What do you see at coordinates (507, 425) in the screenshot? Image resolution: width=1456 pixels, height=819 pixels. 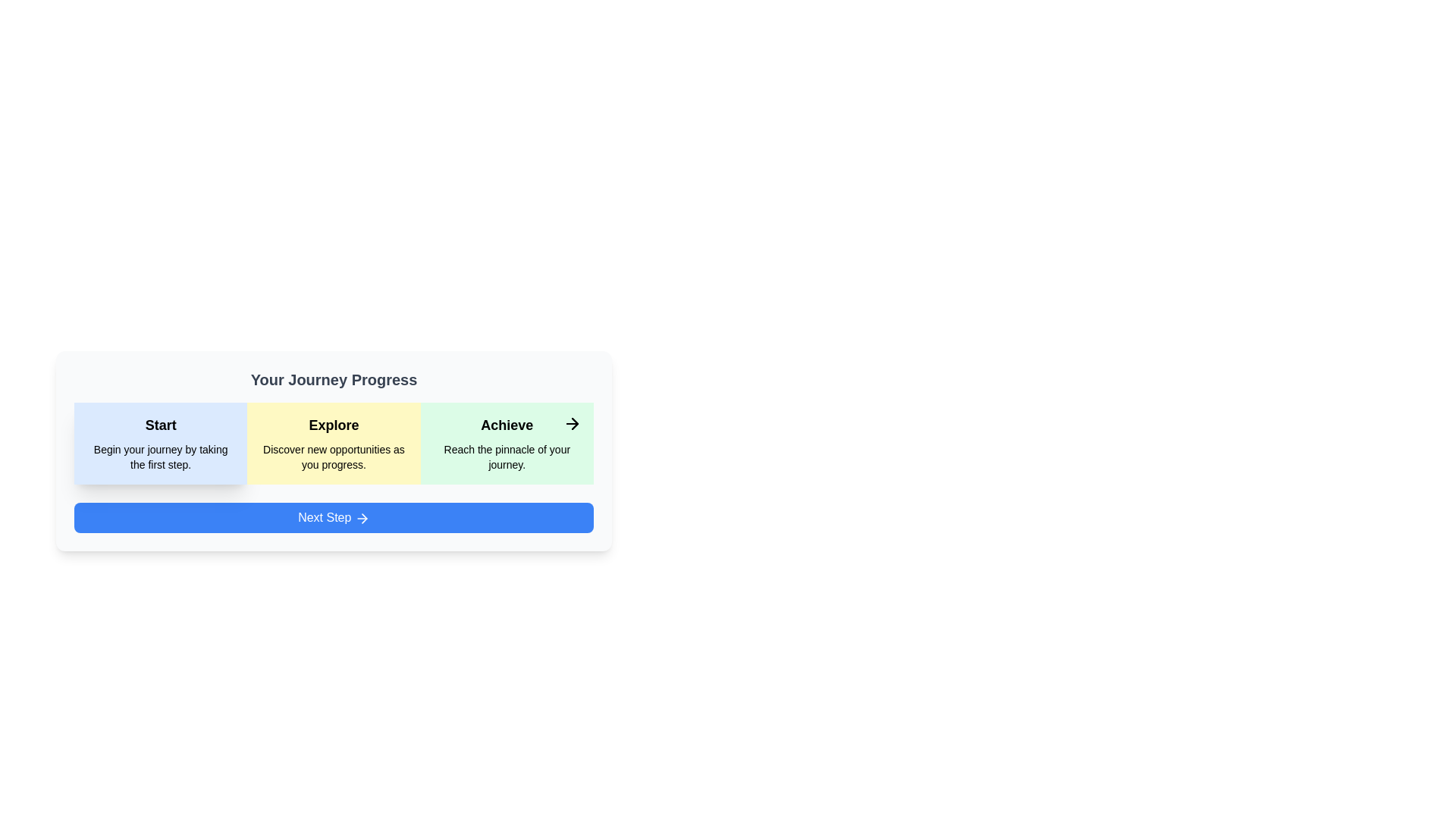 I see `the text label representing the 'Achieve' stage in the user journey, located at the top center of a light green box in the third column` at bounding box center [507, 425].